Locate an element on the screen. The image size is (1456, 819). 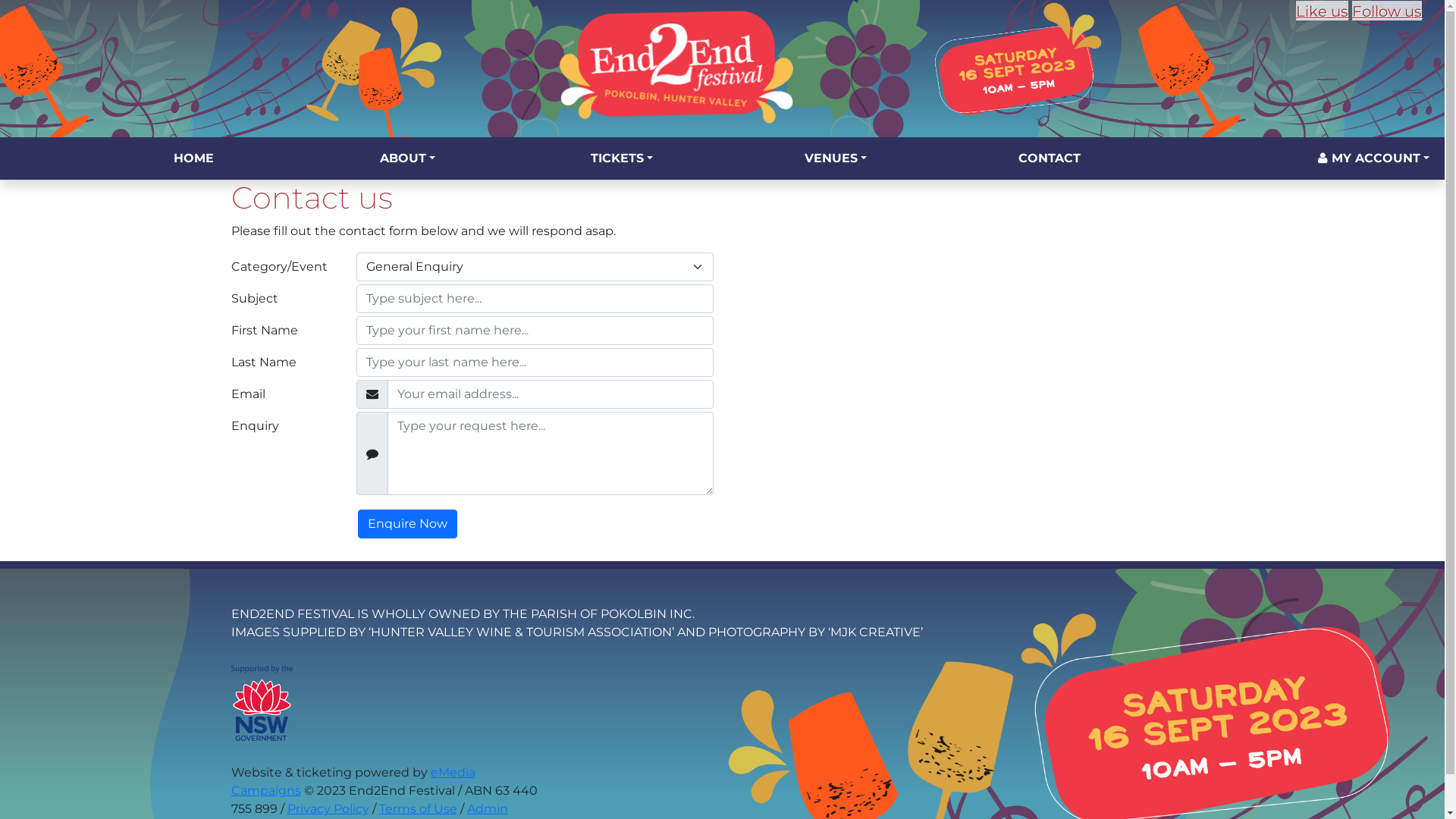
'MY ACCOUNT' is located at coordinates (1373, 158).